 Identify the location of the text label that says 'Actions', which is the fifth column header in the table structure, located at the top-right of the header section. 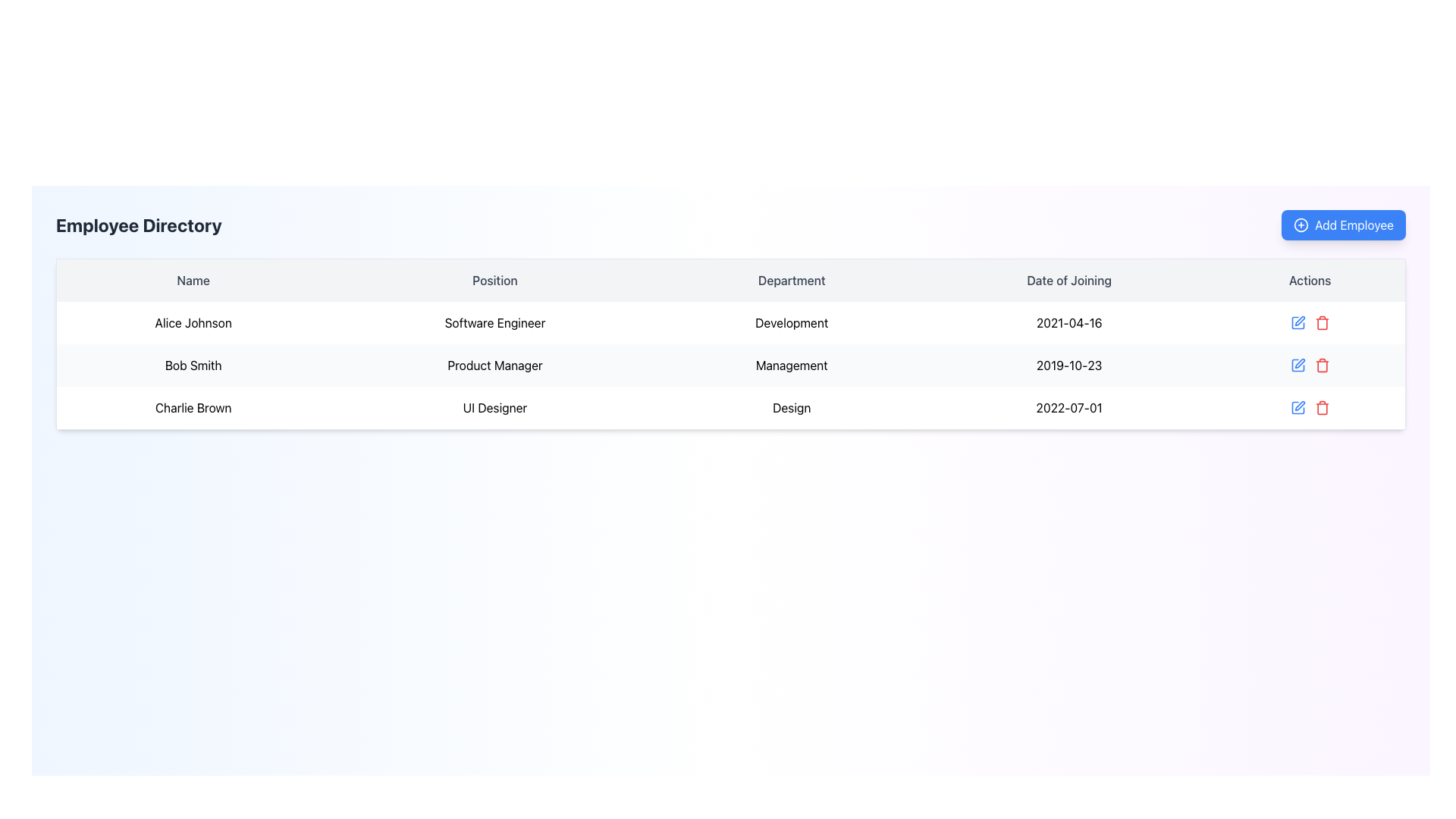
(1310, 280).